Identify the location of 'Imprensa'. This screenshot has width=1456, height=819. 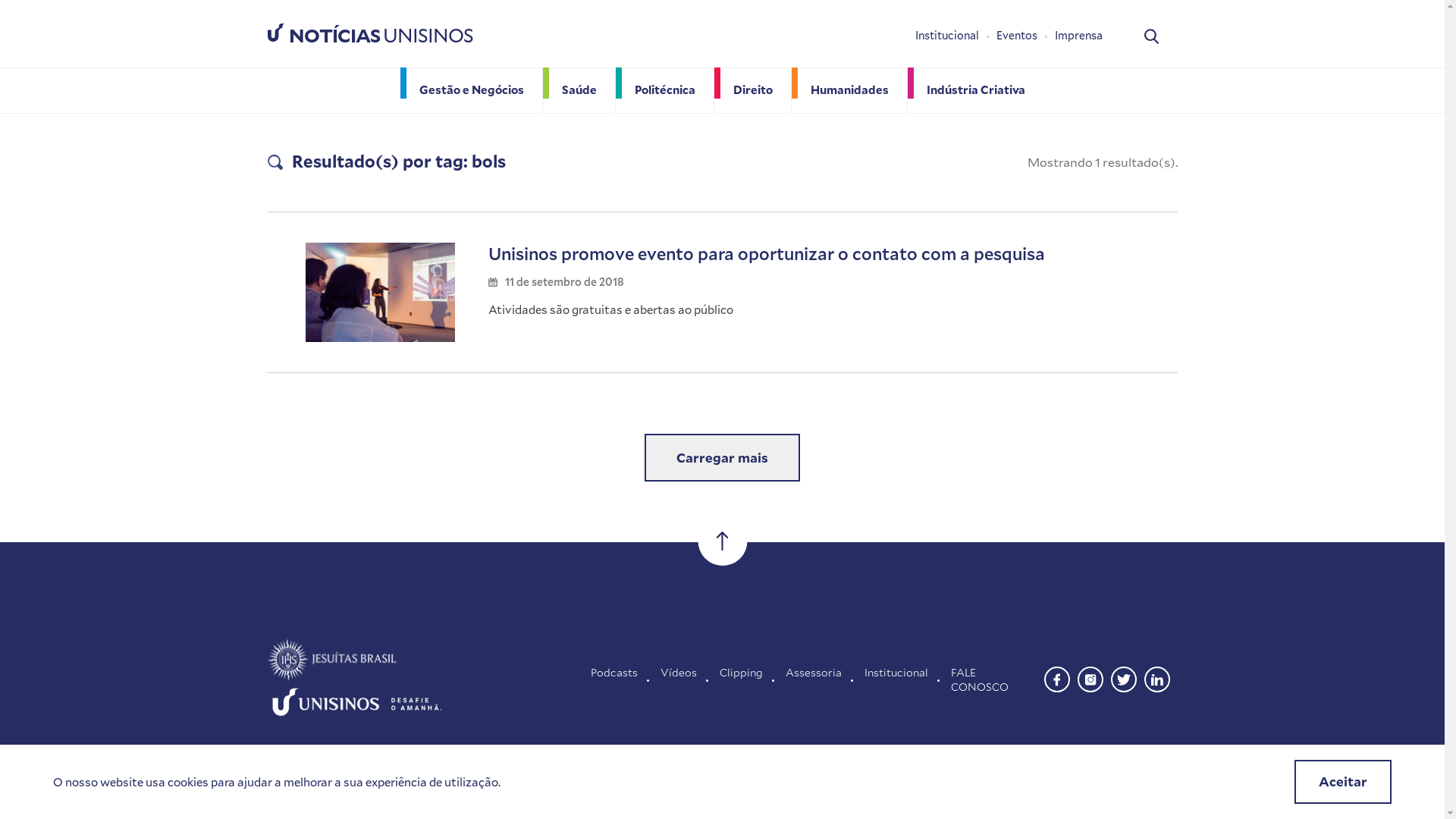
(1077, 34).